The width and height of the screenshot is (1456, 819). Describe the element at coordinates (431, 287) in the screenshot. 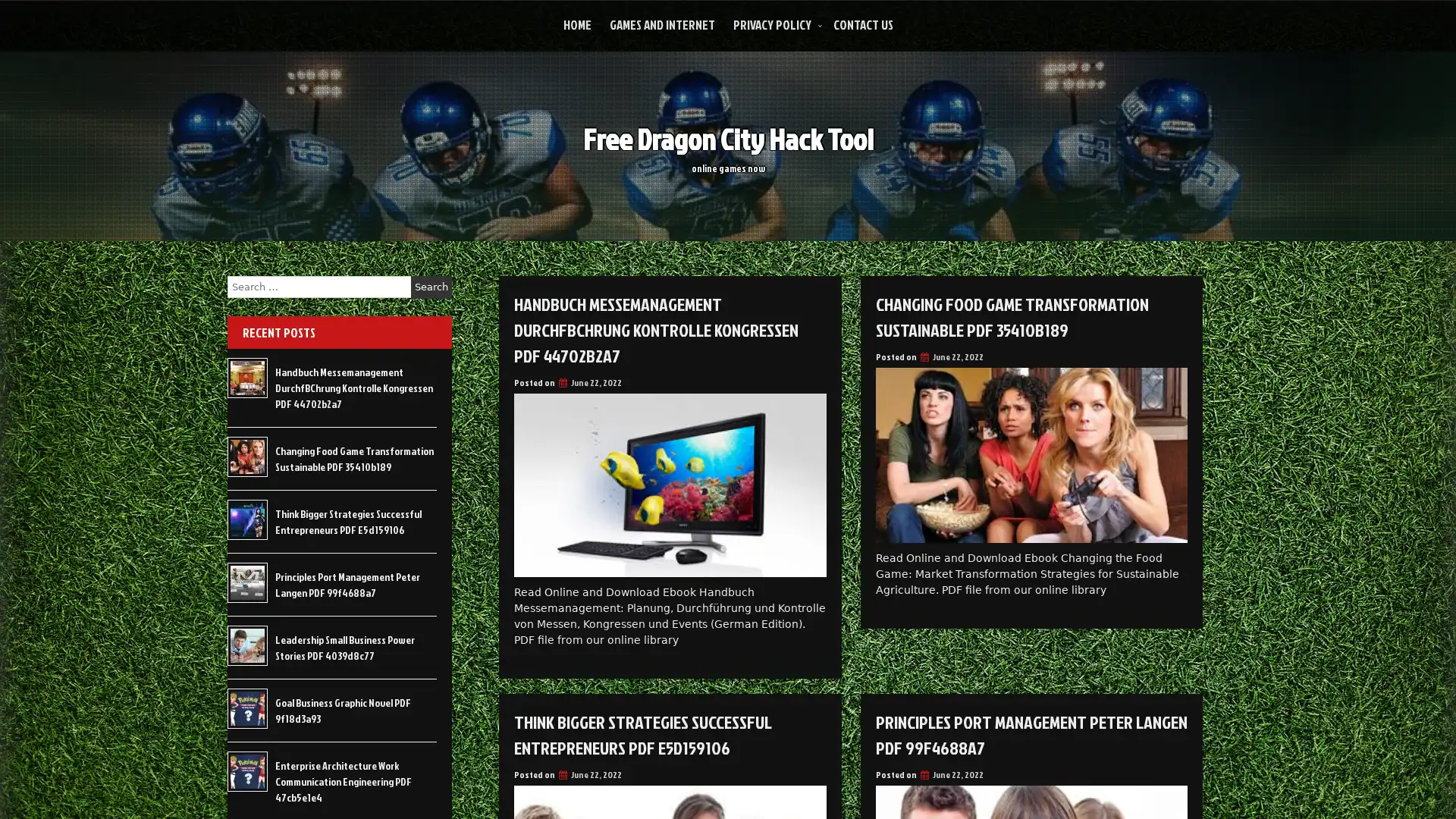

I see `Search` at that location.